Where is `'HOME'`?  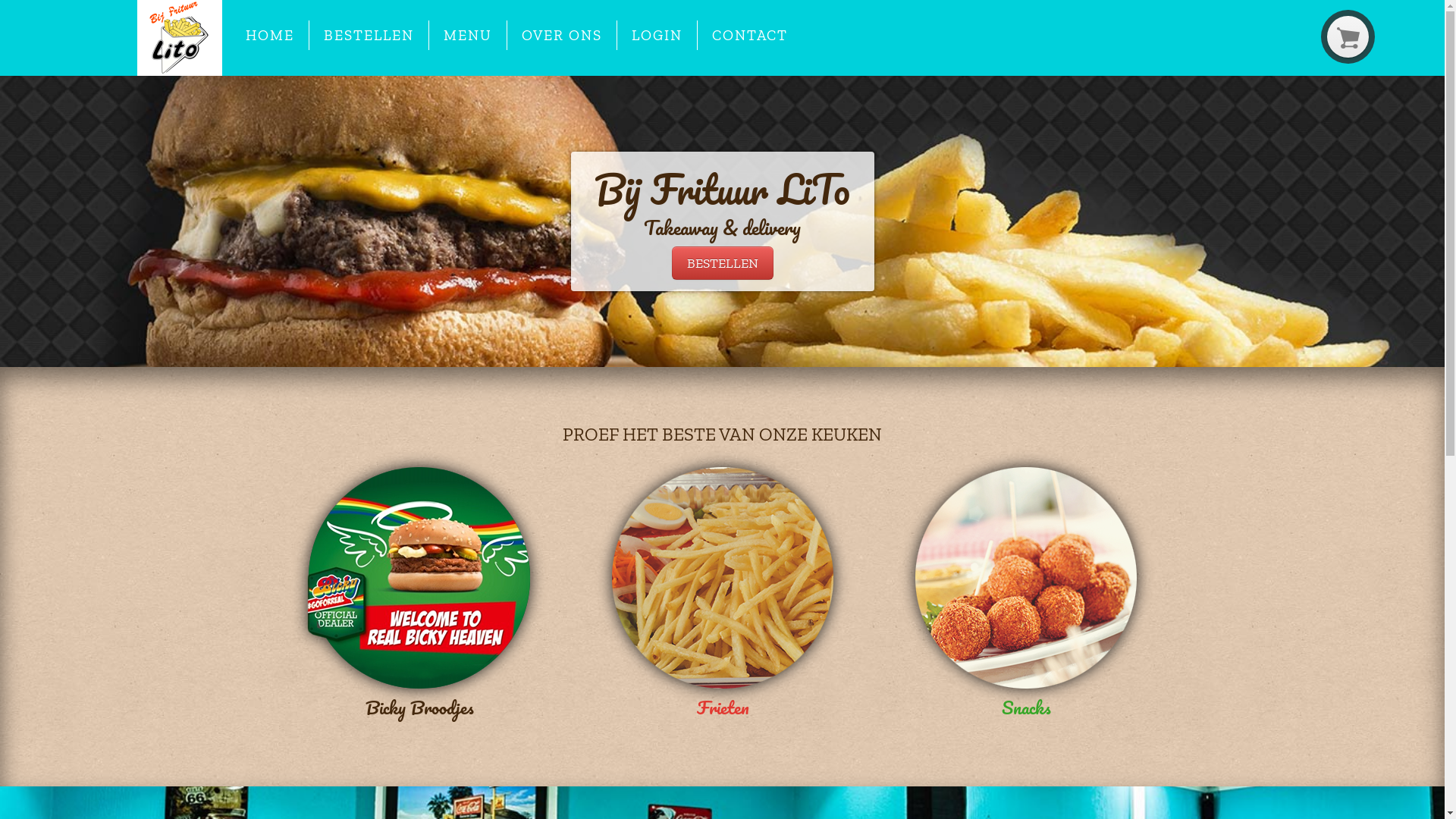
'HOME' is located at coordinates (231, 34).